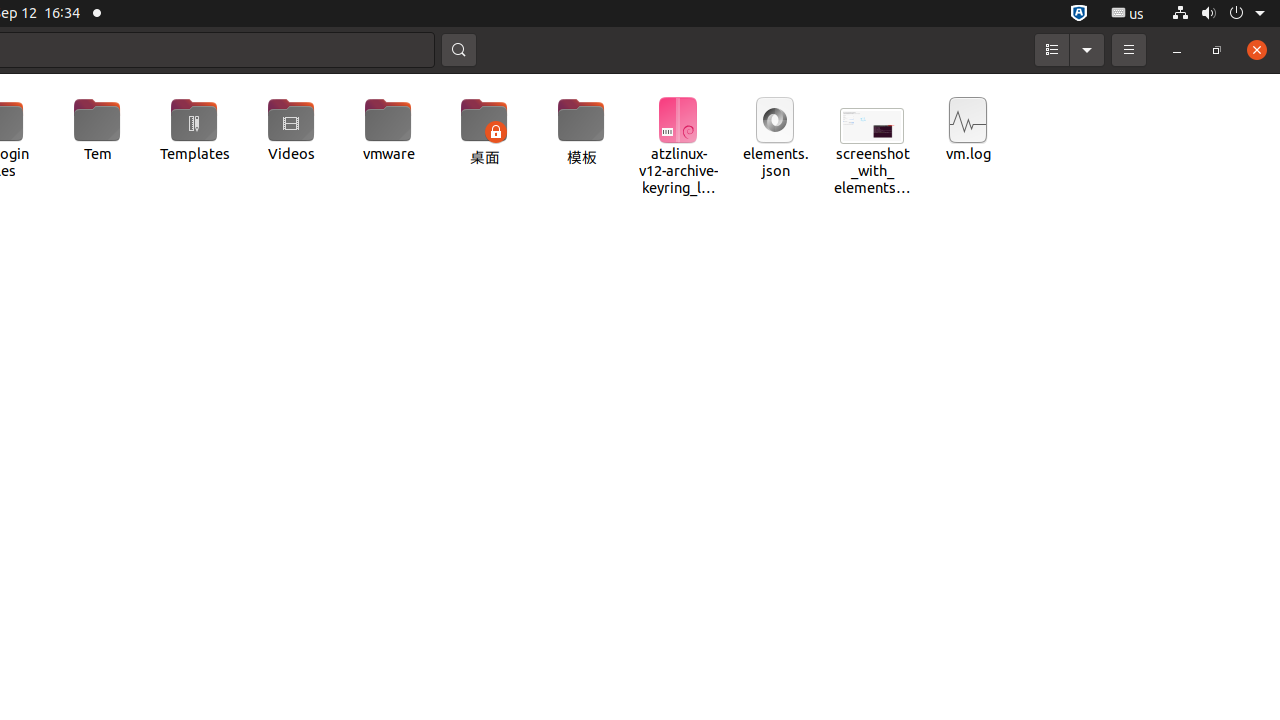 The width and height of the screenshot is (1280, 720). I want to click on '模板', so click(580, 132).